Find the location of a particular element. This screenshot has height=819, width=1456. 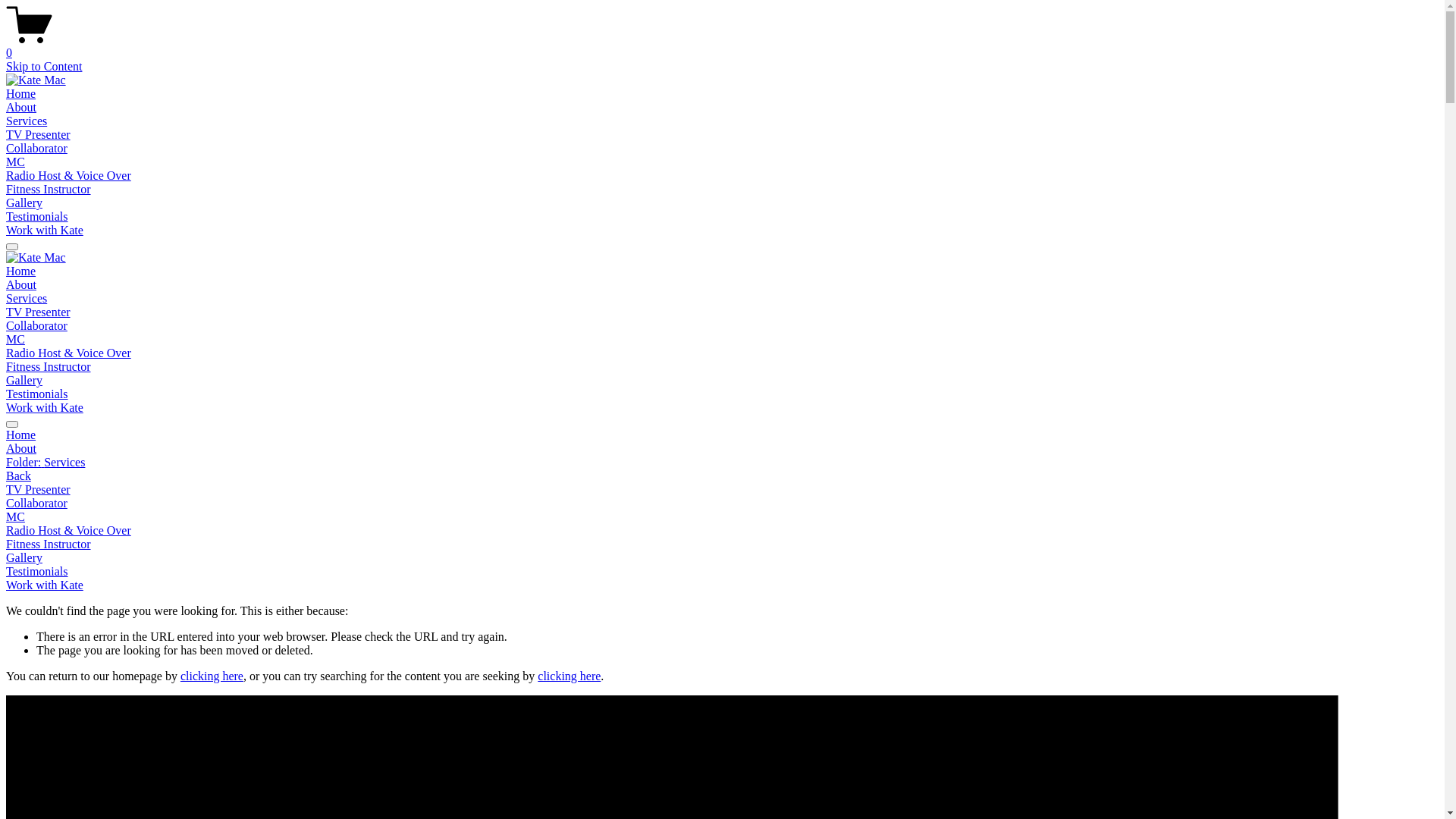

'Gallery' is located at coordinates (721, 558).